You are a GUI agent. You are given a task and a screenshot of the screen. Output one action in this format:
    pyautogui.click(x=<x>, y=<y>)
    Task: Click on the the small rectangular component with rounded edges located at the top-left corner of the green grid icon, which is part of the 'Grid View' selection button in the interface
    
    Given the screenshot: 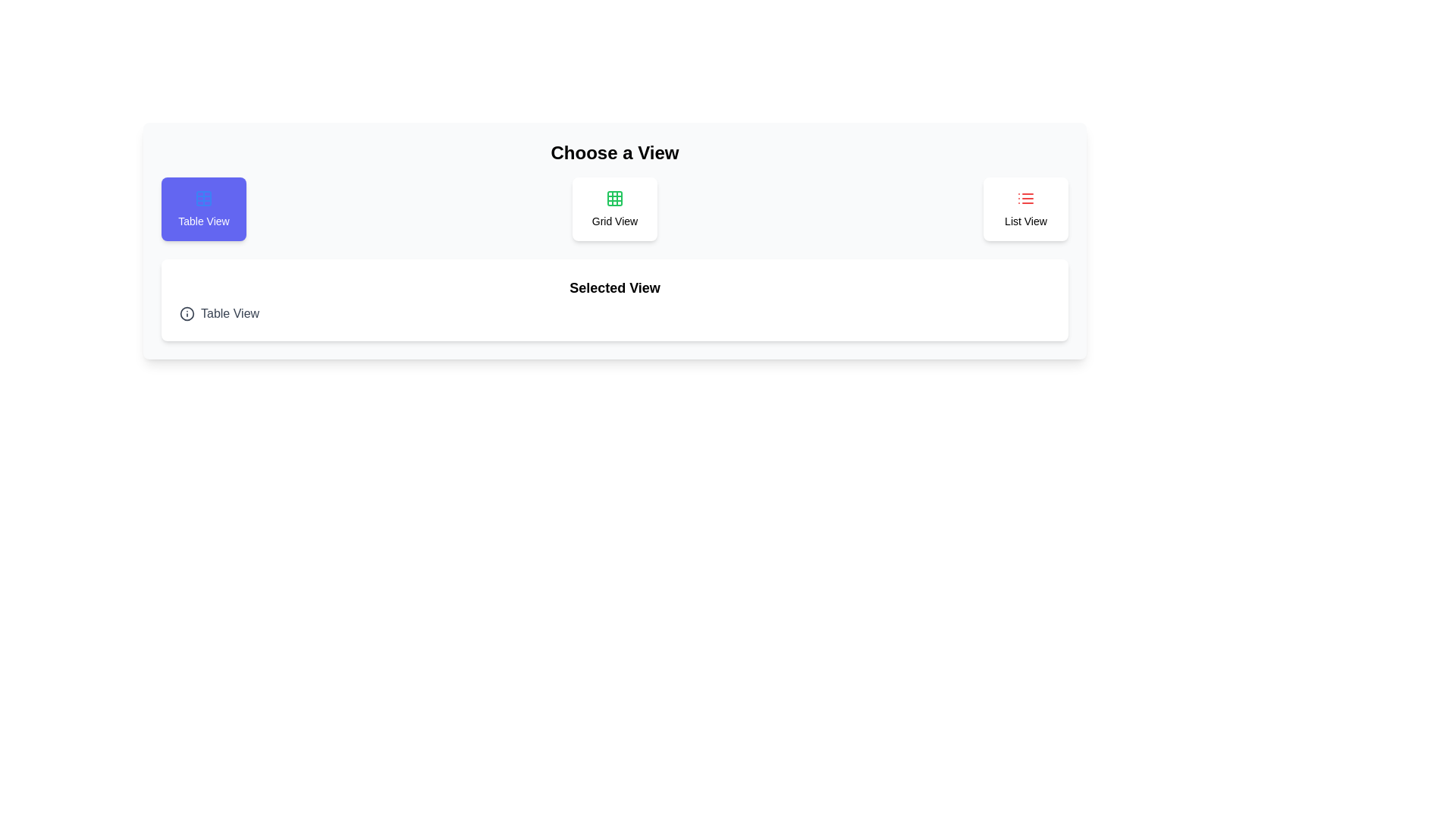 What is the action you would take?
    pyautogui.click(x=615, y=198)
    